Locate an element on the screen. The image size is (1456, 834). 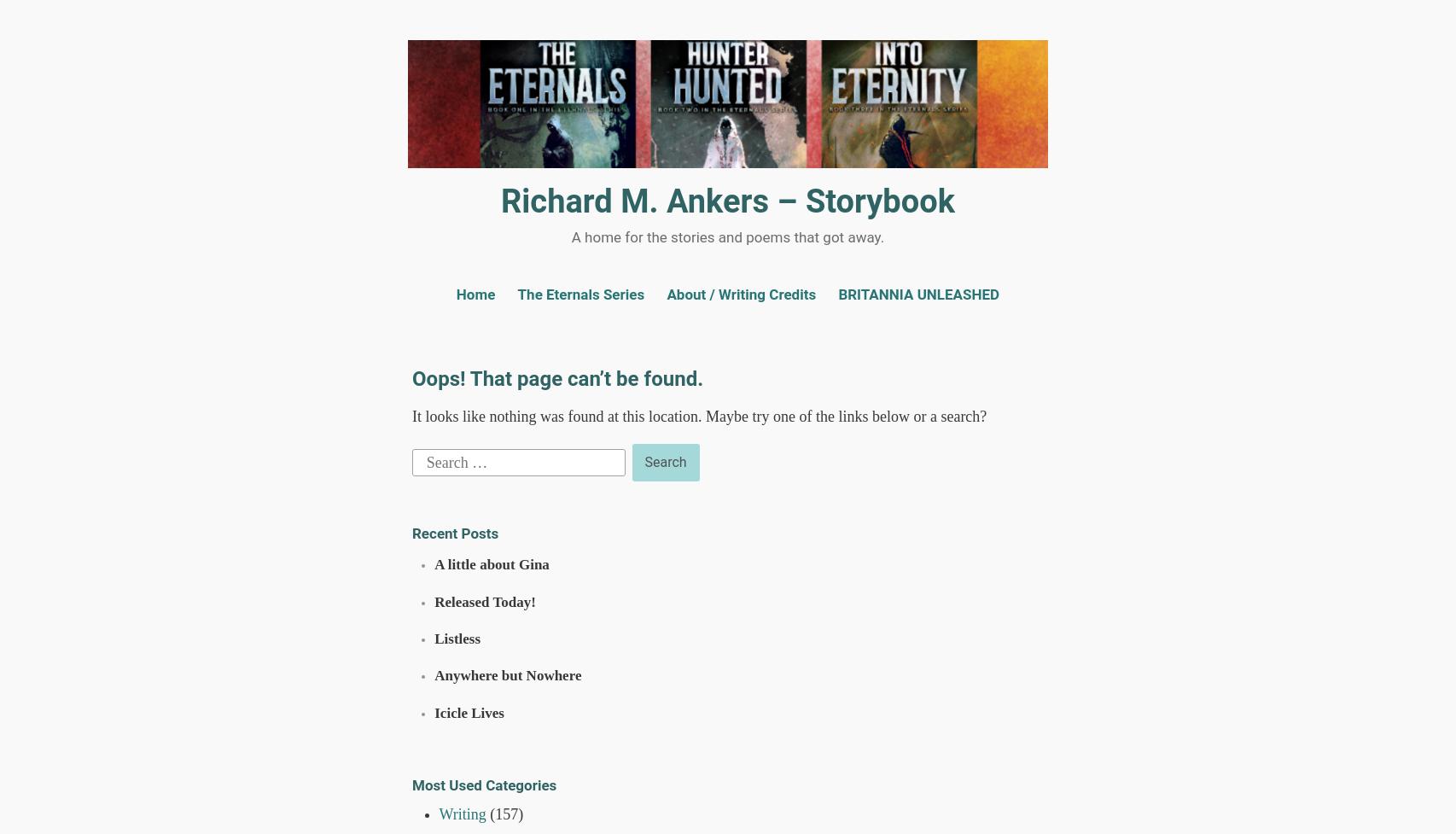
'BRITANNIA UNLEASHED' is located at coordinates (918, 294).